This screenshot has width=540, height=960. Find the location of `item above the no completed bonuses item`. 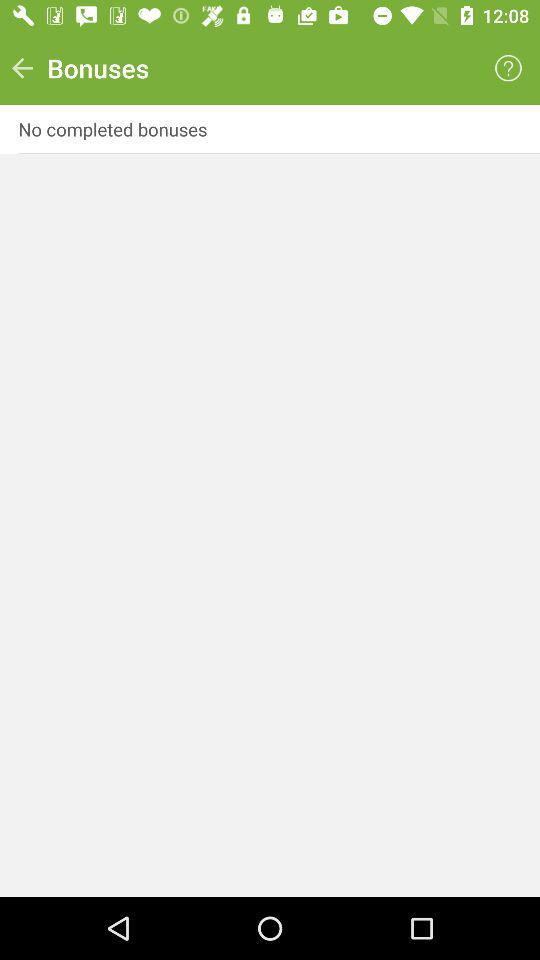

item above the no completed bonuses item is located at coordinates (21, 68).